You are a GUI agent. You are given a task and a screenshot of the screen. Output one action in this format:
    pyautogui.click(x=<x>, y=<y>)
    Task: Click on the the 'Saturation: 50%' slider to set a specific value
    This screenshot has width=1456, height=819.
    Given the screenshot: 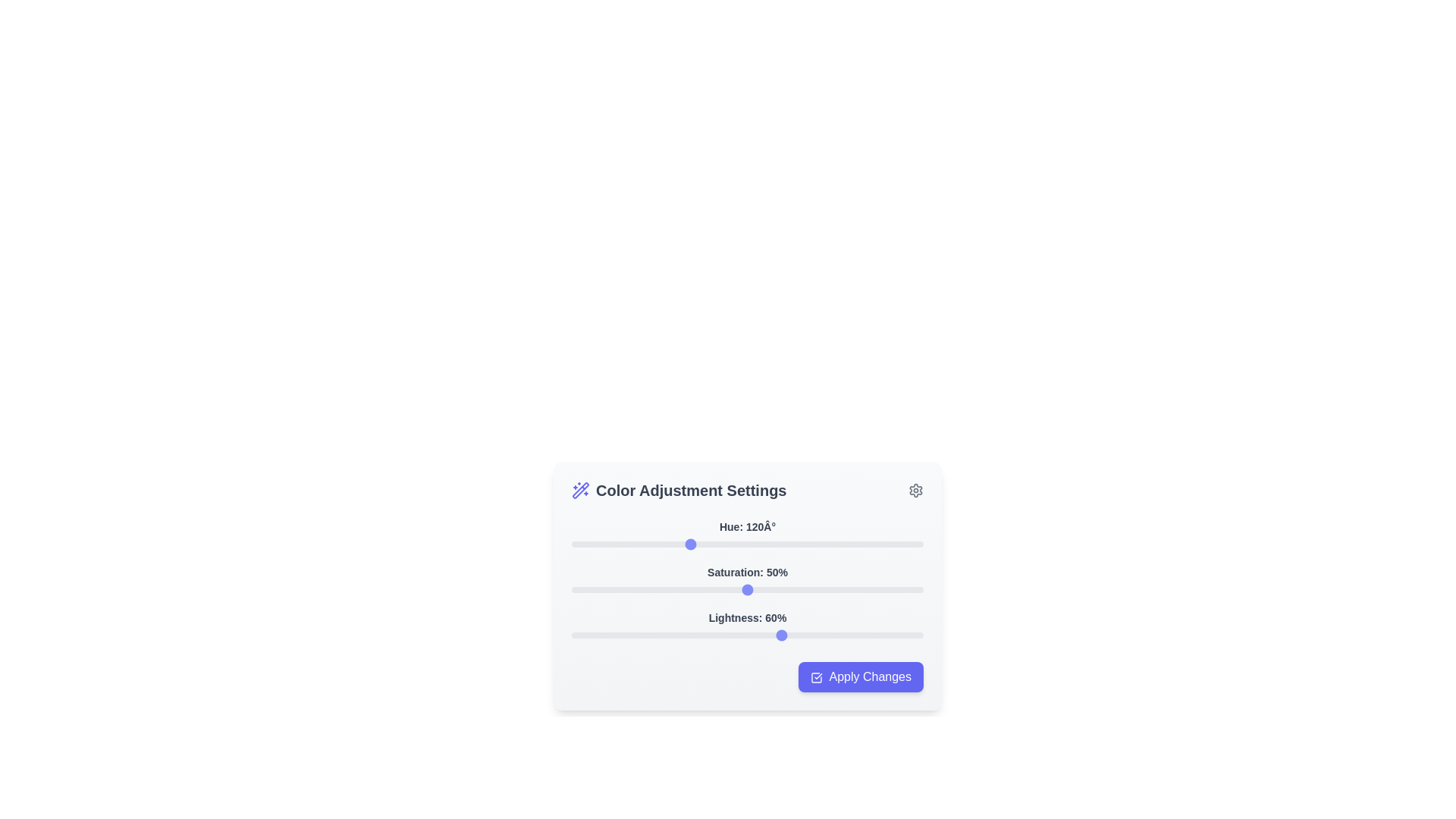 What is the action you would take?
    pyautogui.click(x=747, y=581)
    